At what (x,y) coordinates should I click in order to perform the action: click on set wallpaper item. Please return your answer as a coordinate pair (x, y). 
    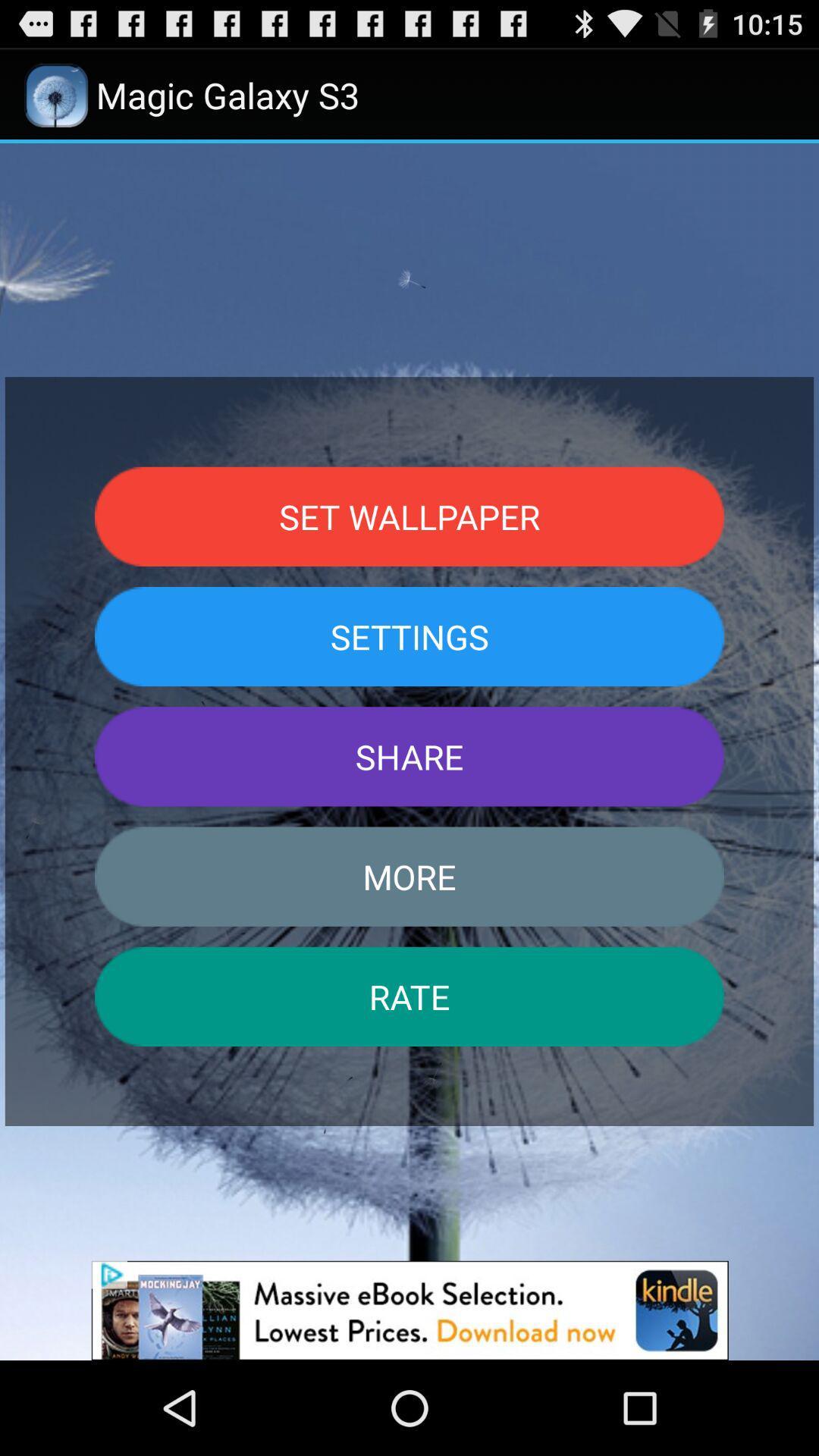
    Looking at the image, I should click on (409, 516).